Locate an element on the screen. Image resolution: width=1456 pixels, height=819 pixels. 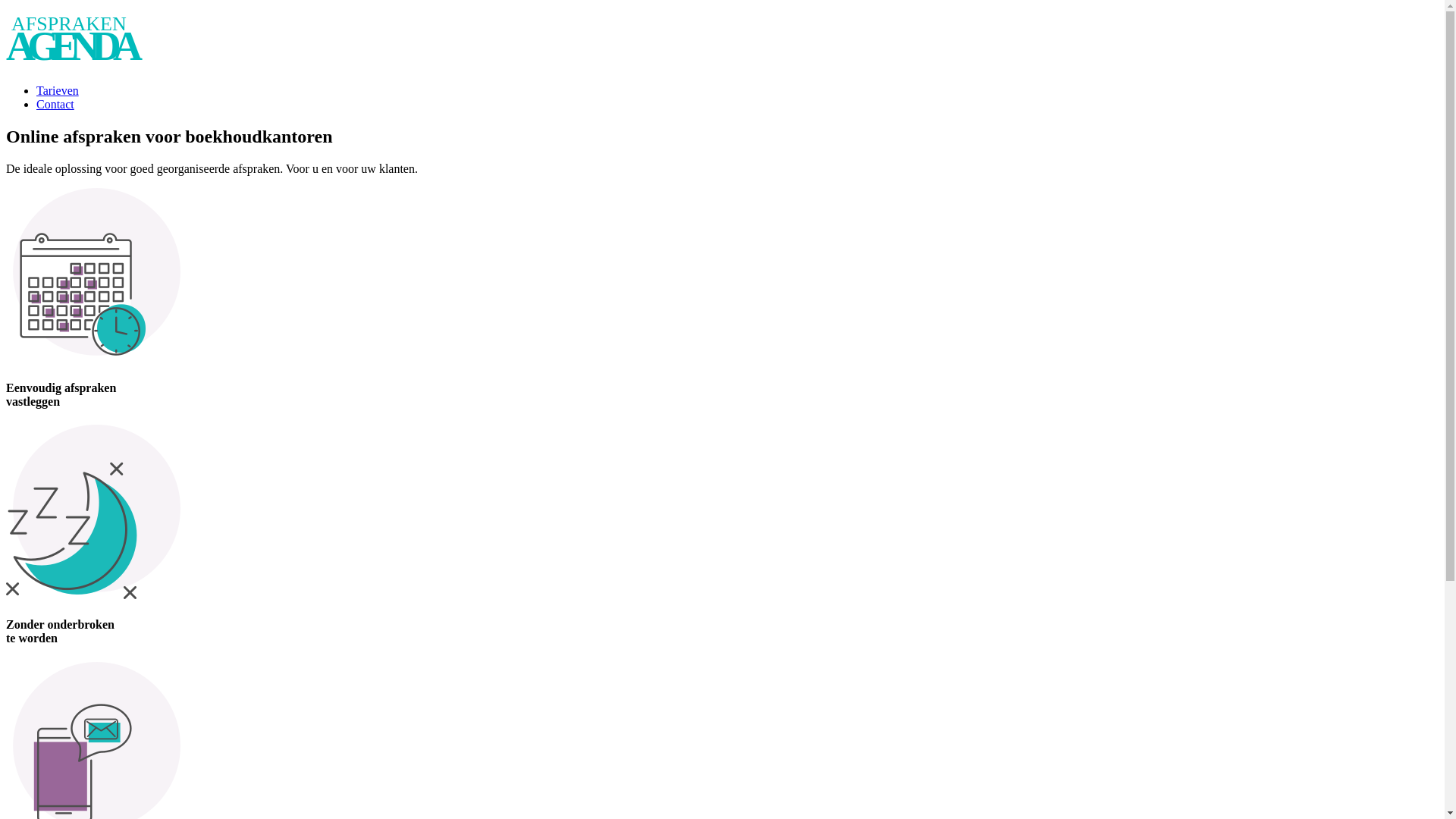
'Afsprakenagenda Afsprakenagenda is located at coordinates (81, 52).